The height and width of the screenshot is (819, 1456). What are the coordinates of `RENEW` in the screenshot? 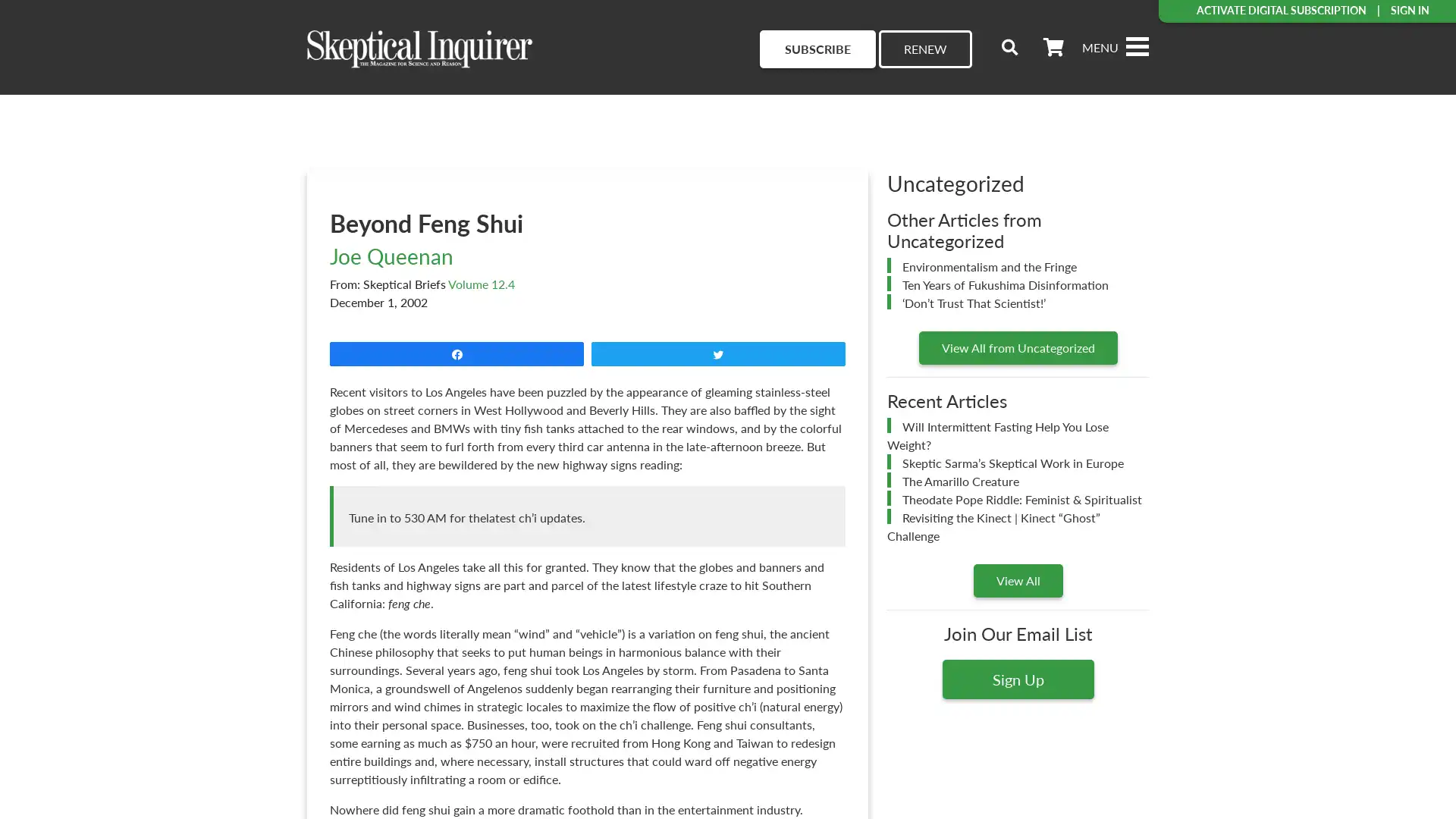 It's located at (924, 49).